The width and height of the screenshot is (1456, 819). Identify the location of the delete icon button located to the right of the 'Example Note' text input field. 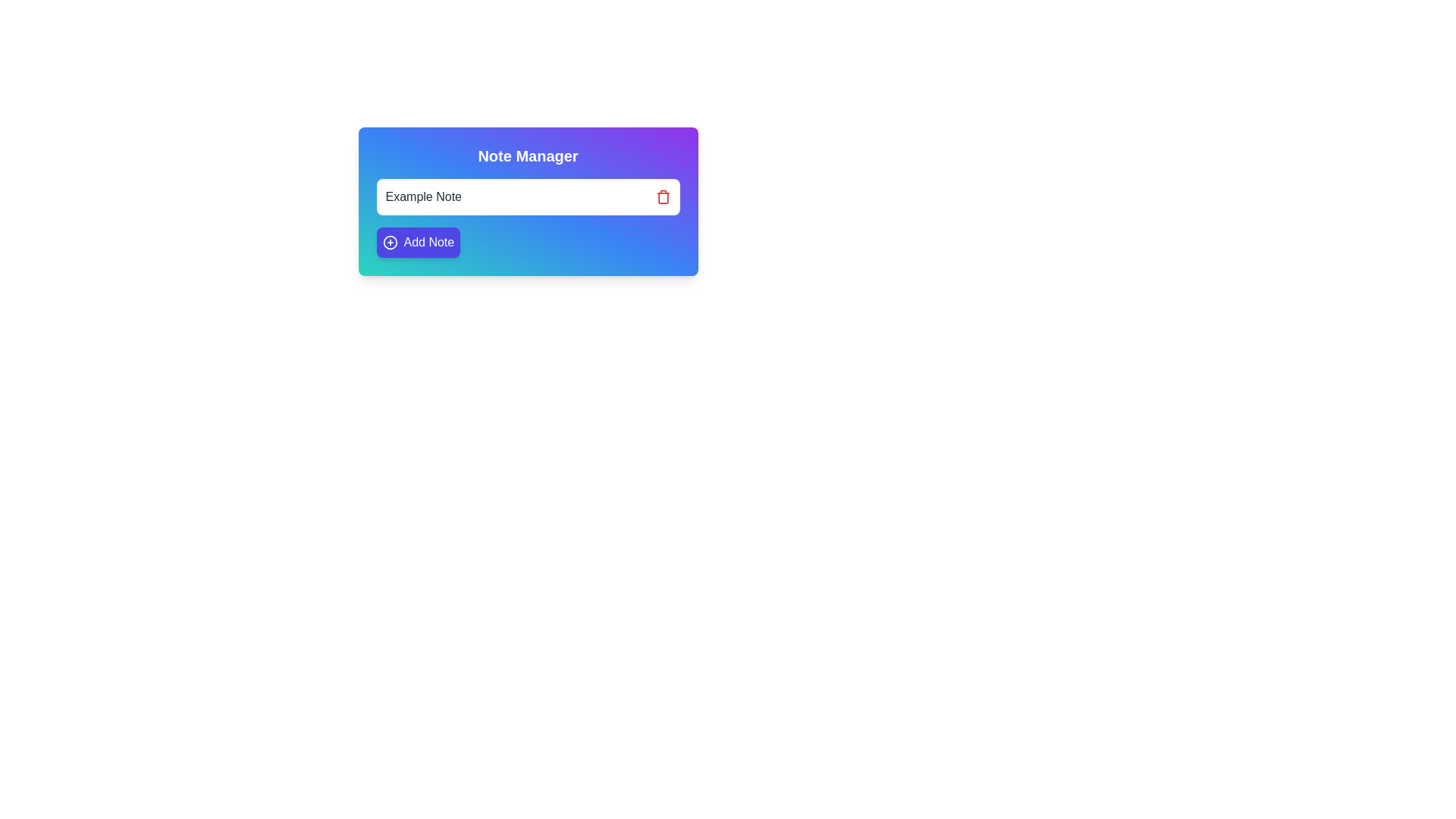
(663, 197).